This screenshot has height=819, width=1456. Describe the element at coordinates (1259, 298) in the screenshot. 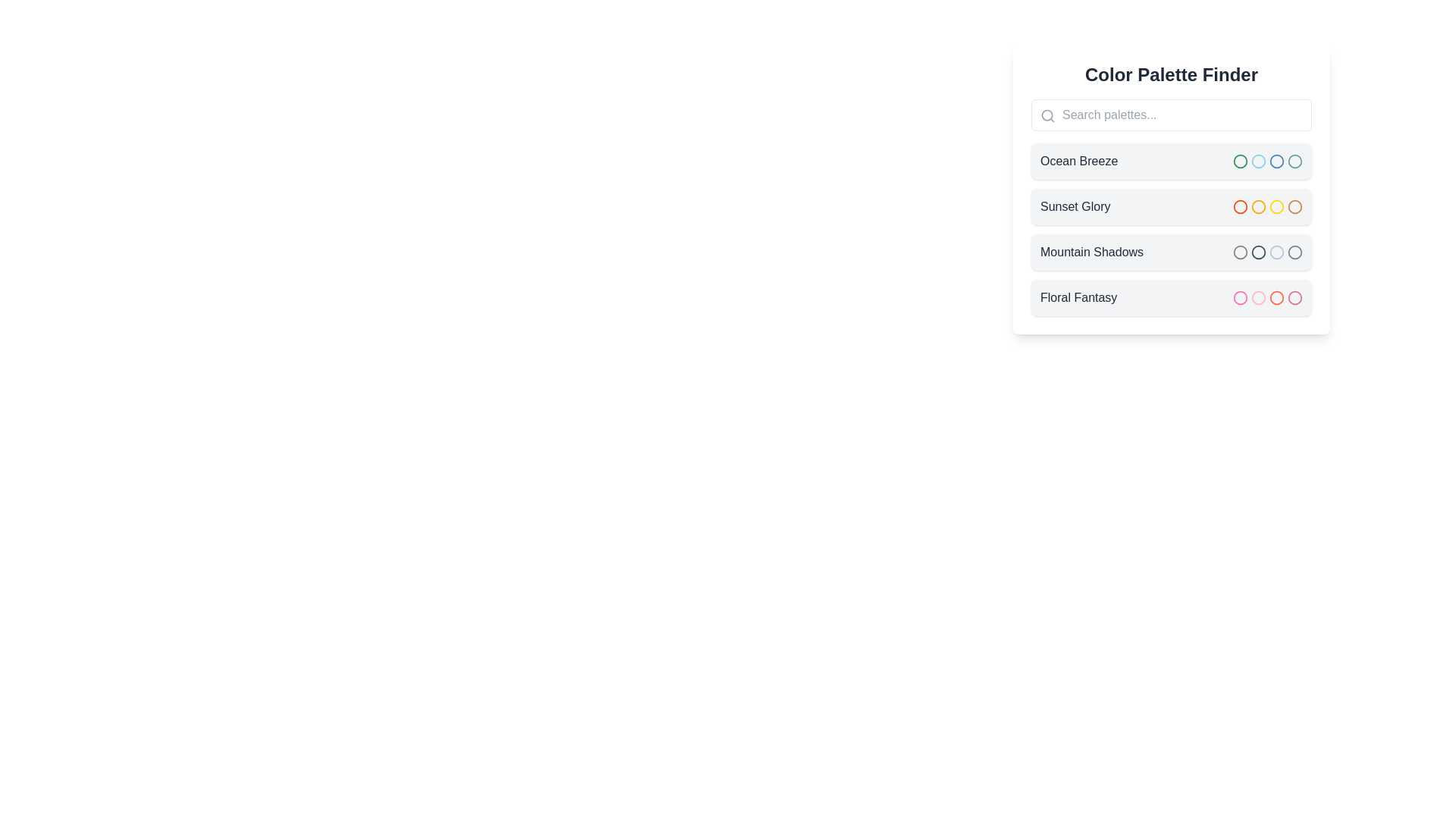

I see `the second selectable color circle from the left in the fourth row of the 'Floral Fantasy' palette` at that location.